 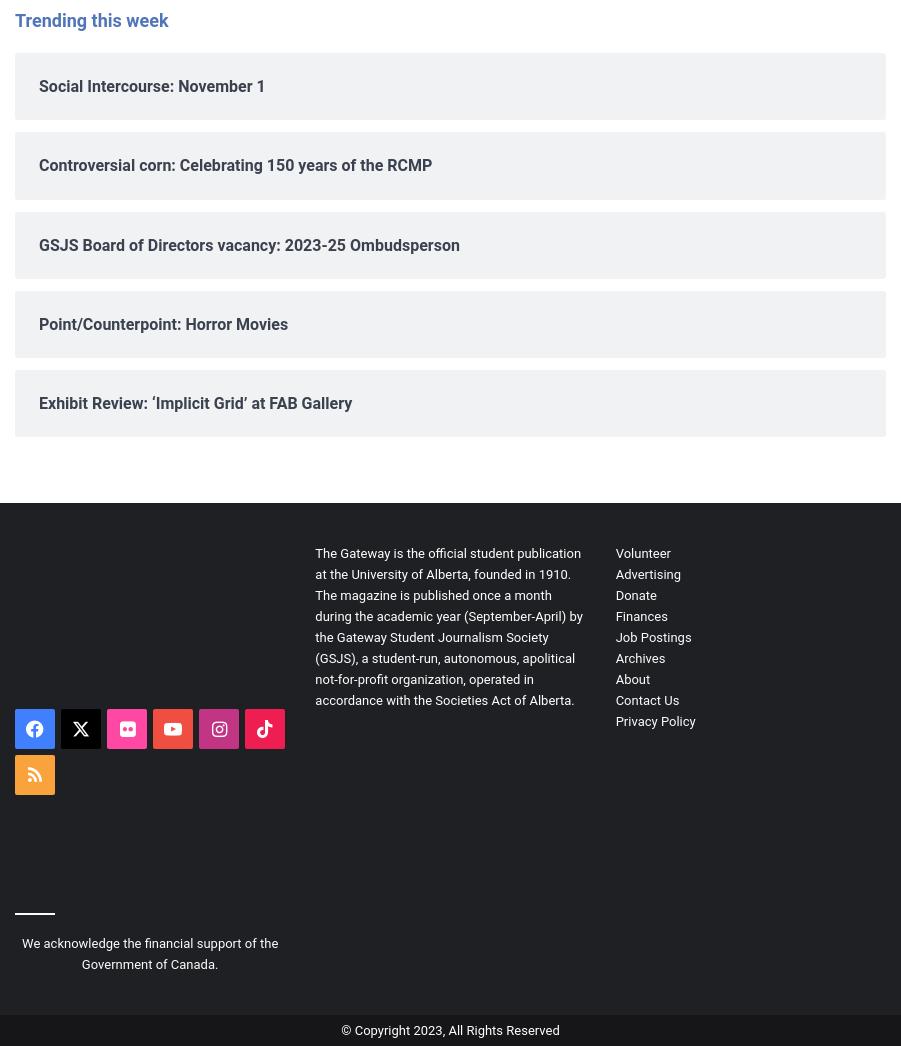 I want to click on 'Volunteer', so click(x=643, y=552).